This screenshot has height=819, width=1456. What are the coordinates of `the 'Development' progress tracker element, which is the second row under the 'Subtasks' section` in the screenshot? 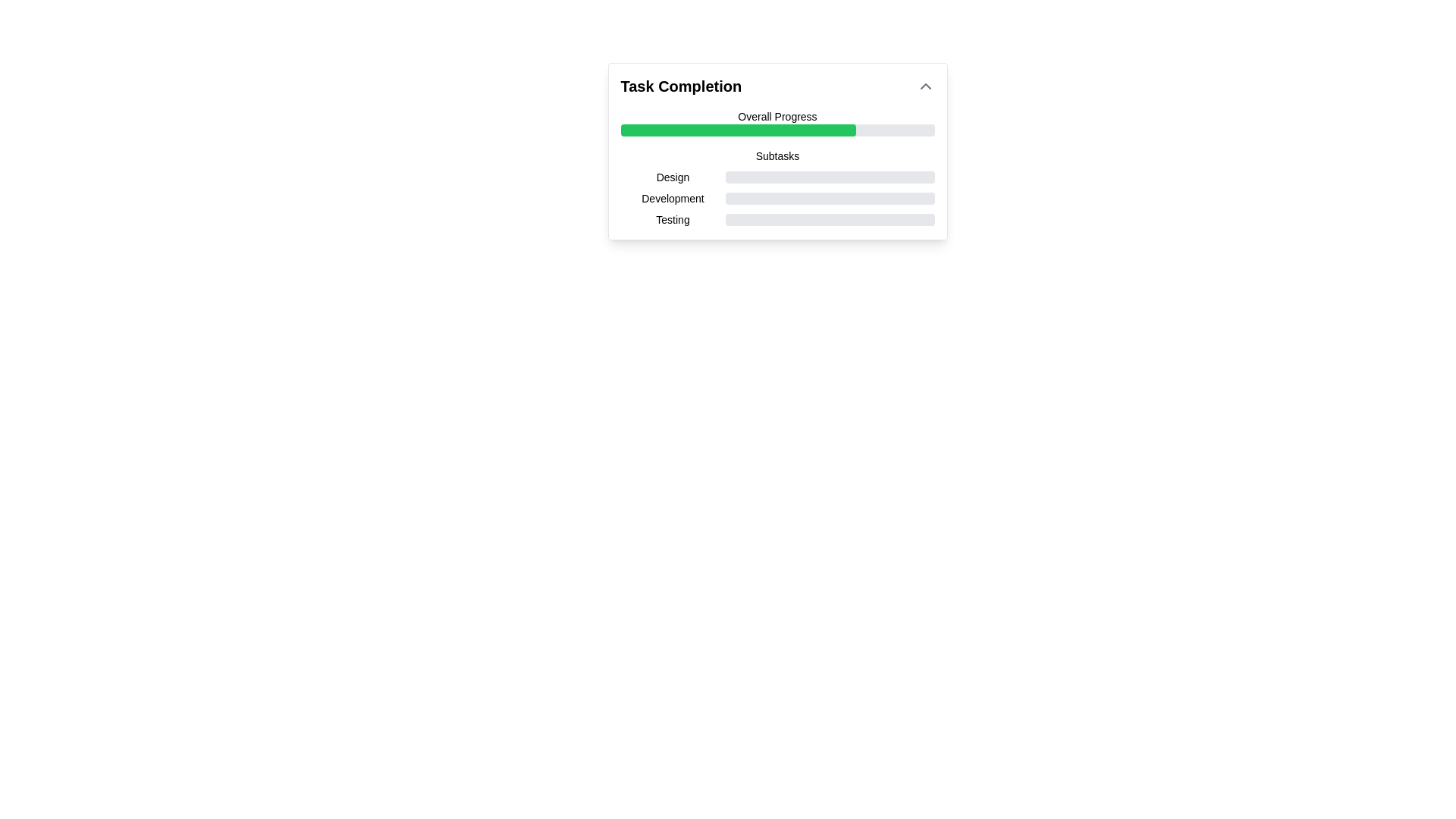 It's located at (777, 198).